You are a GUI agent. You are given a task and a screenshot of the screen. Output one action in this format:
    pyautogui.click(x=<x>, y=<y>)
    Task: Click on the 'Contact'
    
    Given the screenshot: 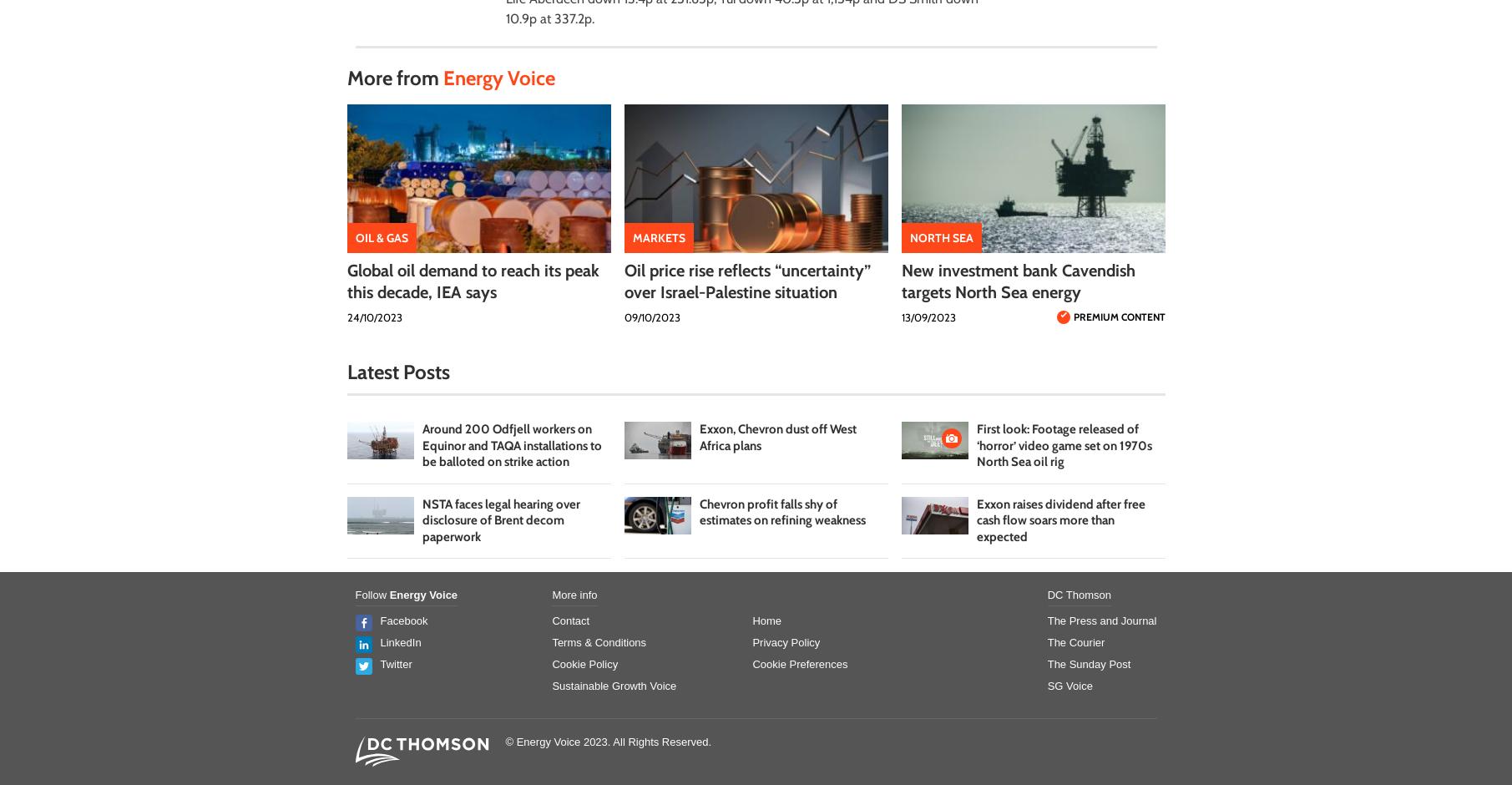 What is the action you would take?
    pyautogui.click(x=570, y=620)
    